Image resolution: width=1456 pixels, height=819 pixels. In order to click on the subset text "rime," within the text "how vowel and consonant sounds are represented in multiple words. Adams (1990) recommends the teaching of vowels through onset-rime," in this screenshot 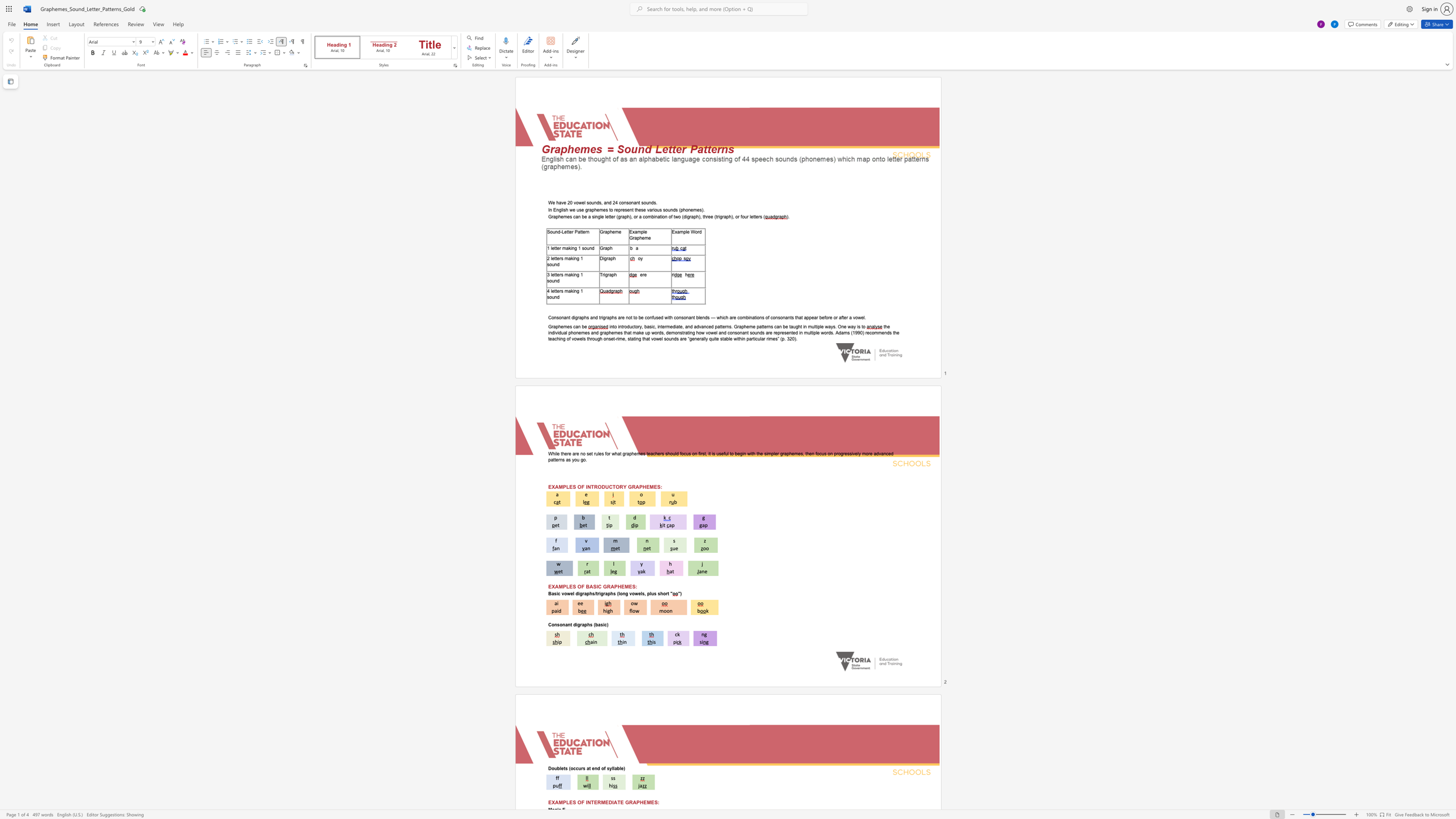, I will do `click(616, 338)`.